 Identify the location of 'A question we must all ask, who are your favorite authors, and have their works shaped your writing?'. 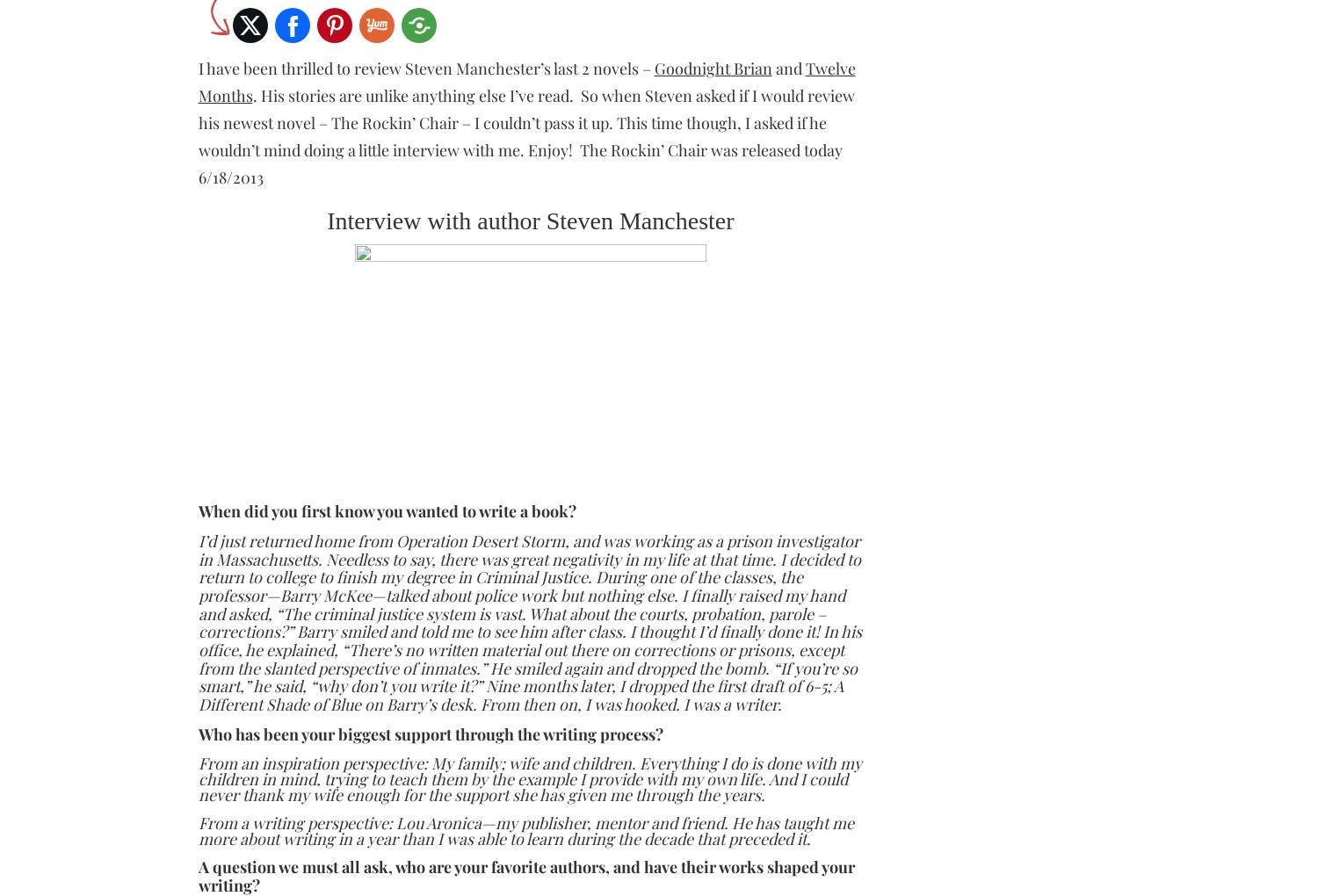
(525, 875).